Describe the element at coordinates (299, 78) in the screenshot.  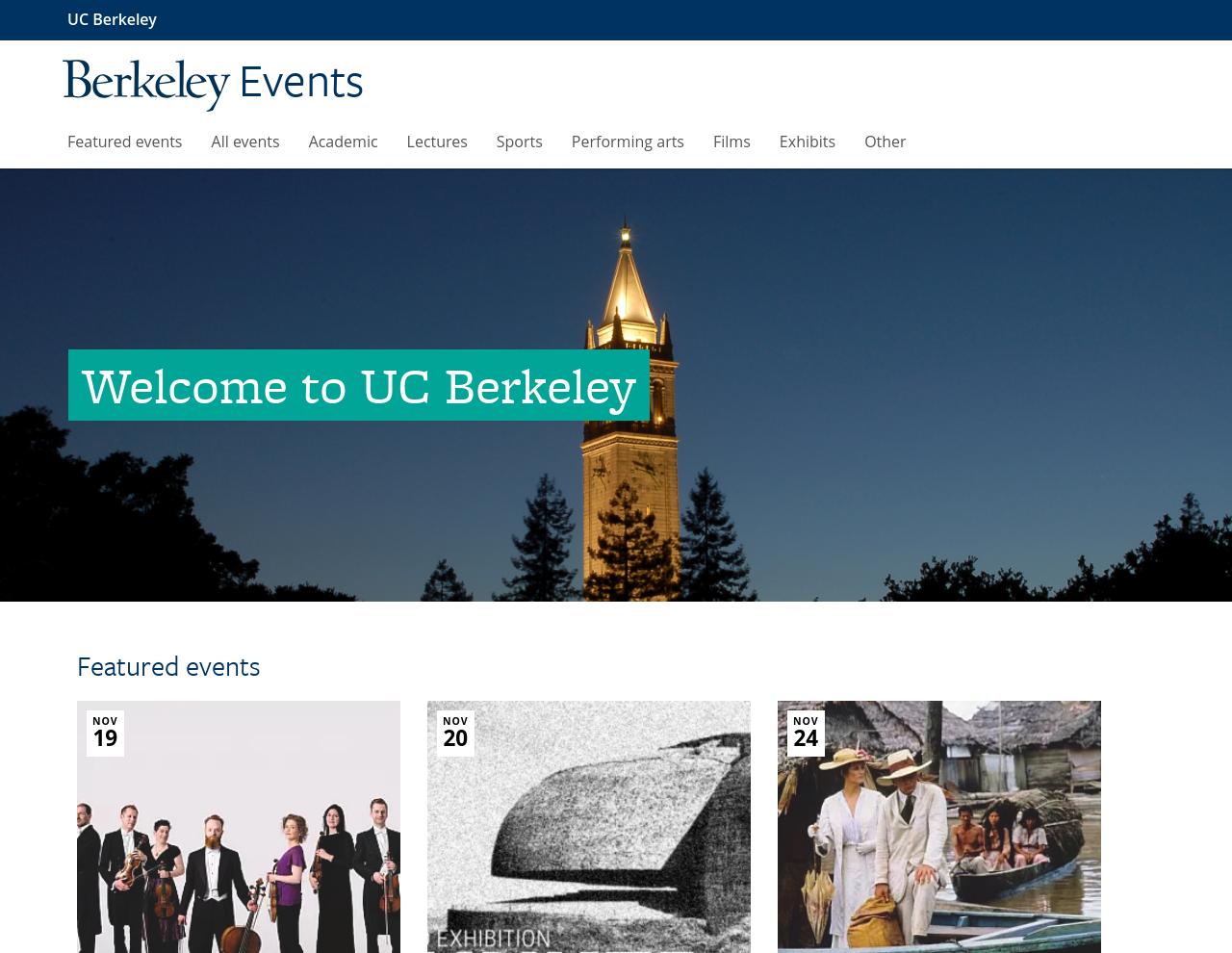
I see `'Events'` at that location.